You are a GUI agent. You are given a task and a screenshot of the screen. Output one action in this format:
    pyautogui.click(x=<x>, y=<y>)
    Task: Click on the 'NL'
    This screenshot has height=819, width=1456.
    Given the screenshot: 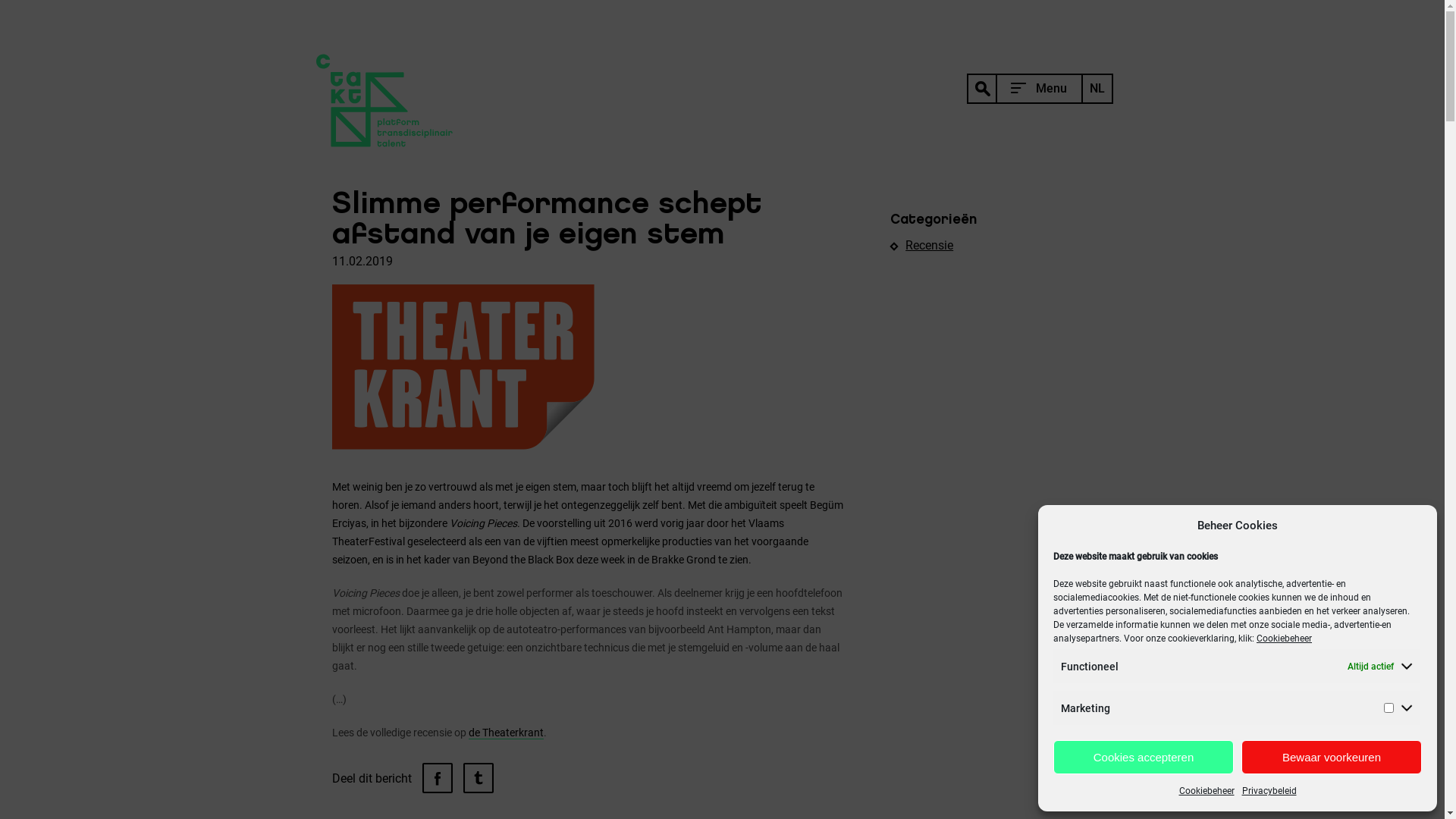 What is the action you would take?
    pyautogui.click(x=1097, y=88)
    